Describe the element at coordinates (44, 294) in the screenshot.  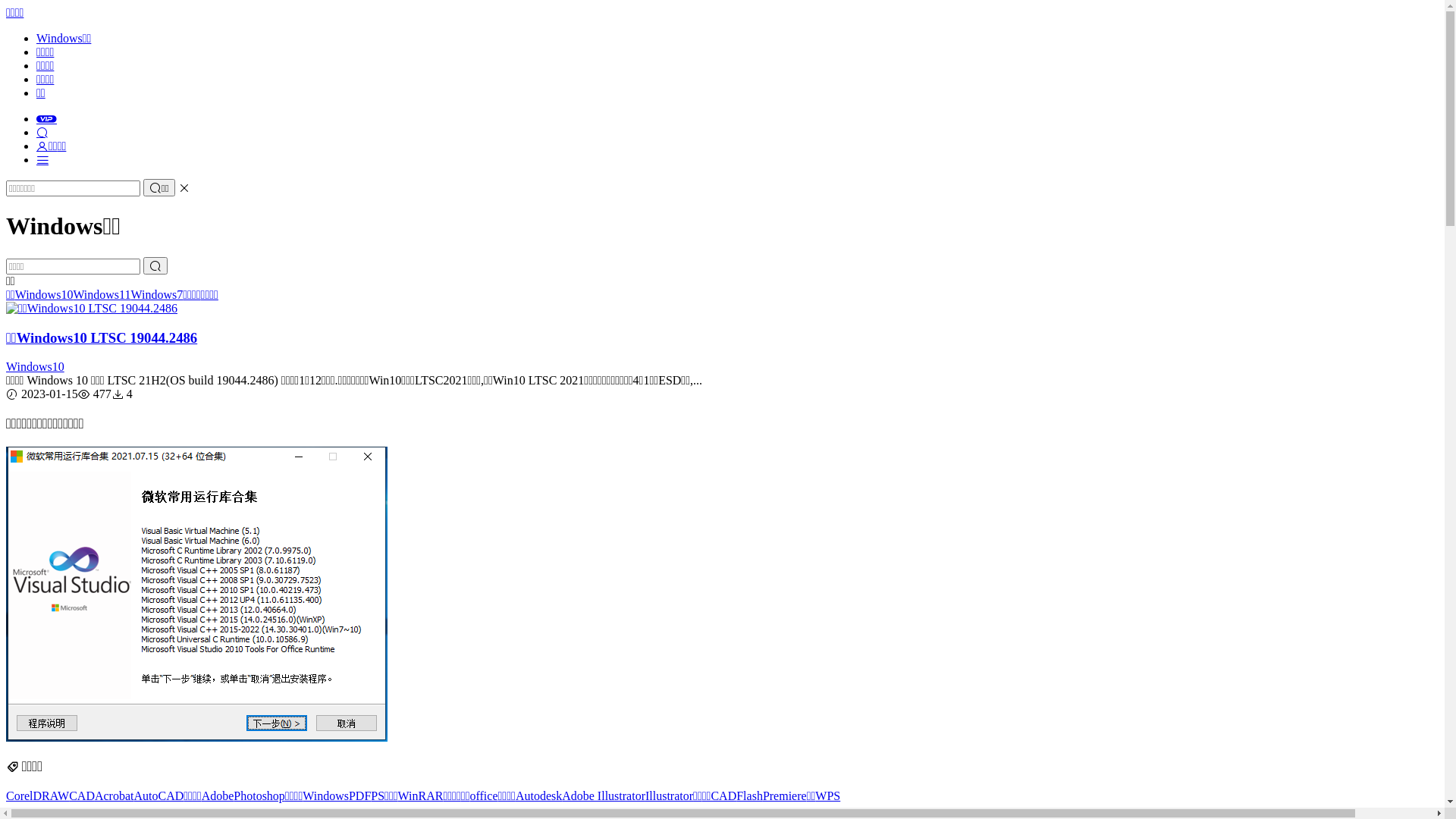
I see `'Windows10'` at that location.